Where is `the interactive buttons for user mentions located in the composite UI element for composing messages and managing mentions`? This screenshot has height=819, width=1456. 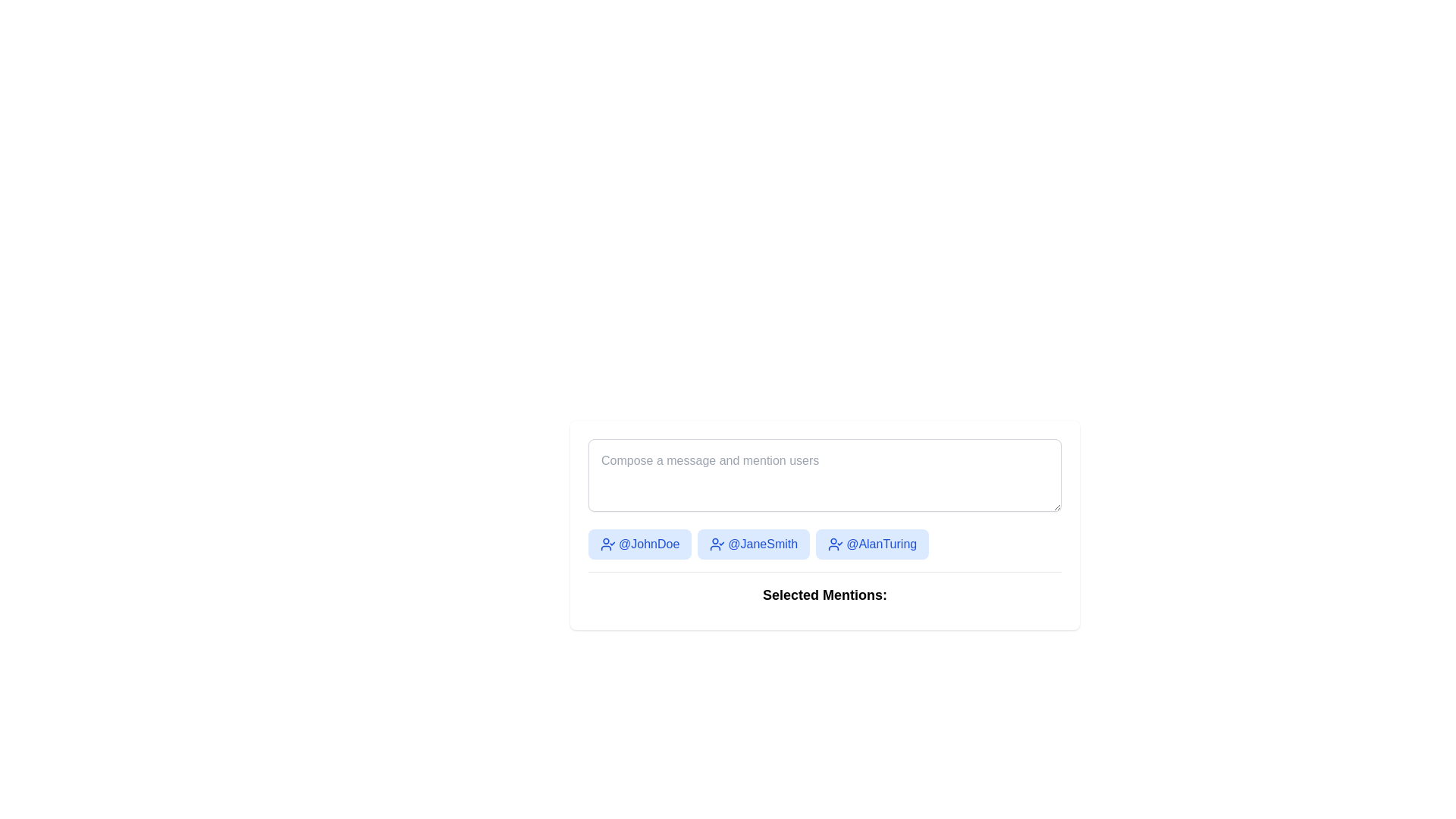
the interactive buttons for user mentions located in the composite UI element for composing messages and managing mentions is located at coordinates (824, 525).